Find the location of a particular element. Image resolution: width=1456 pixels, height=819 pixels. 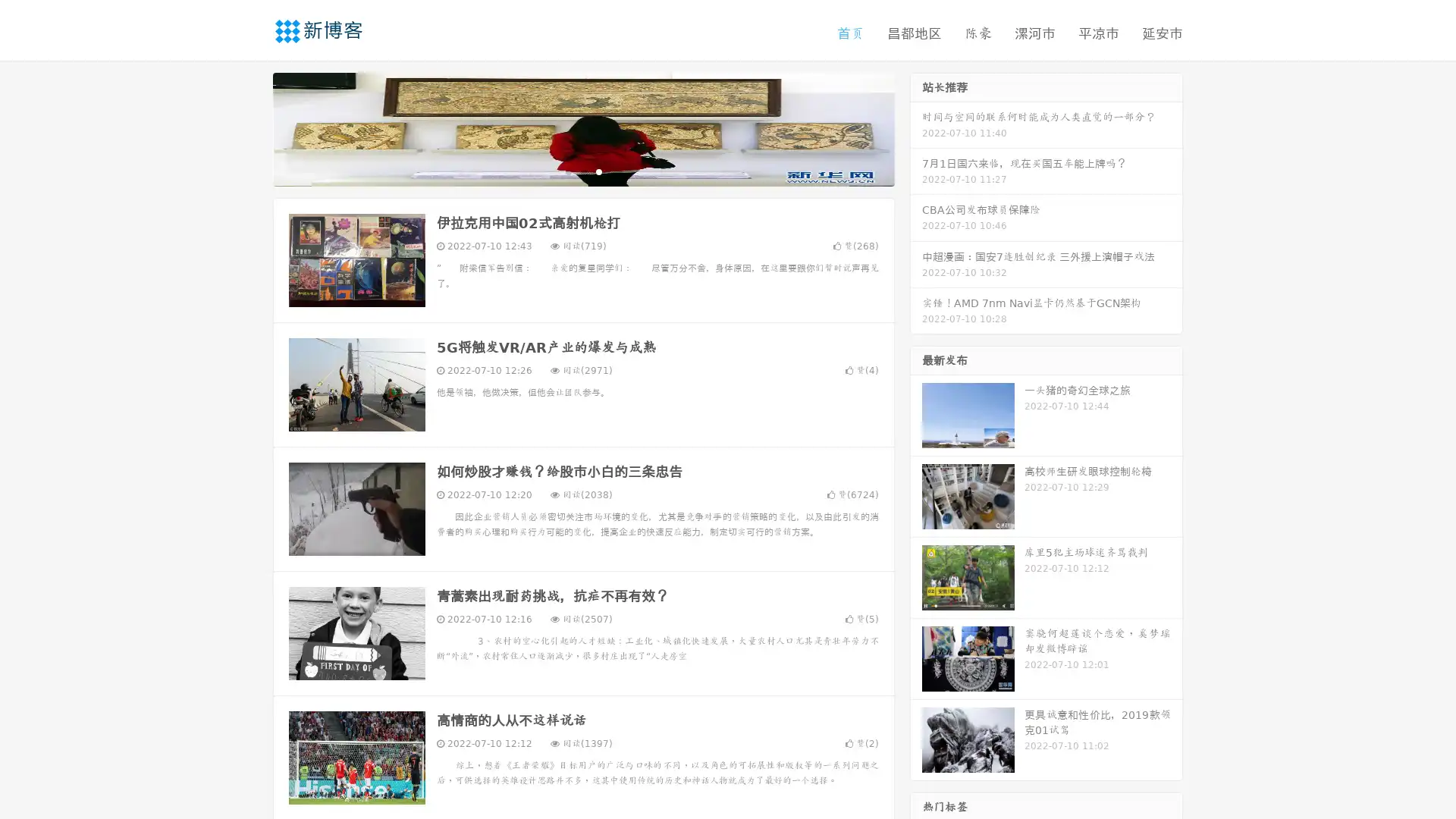

Go to slide 3 is located at coordinates (598, 171).